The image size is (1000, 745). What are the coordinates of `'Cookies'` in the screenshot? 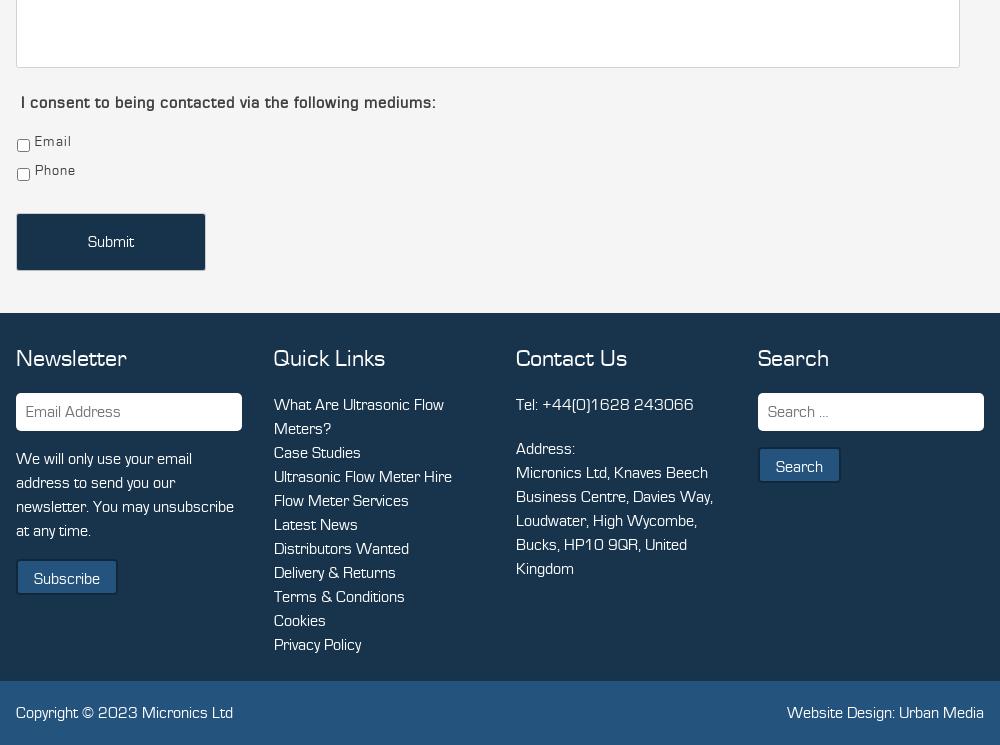 It's located at (300, 621).